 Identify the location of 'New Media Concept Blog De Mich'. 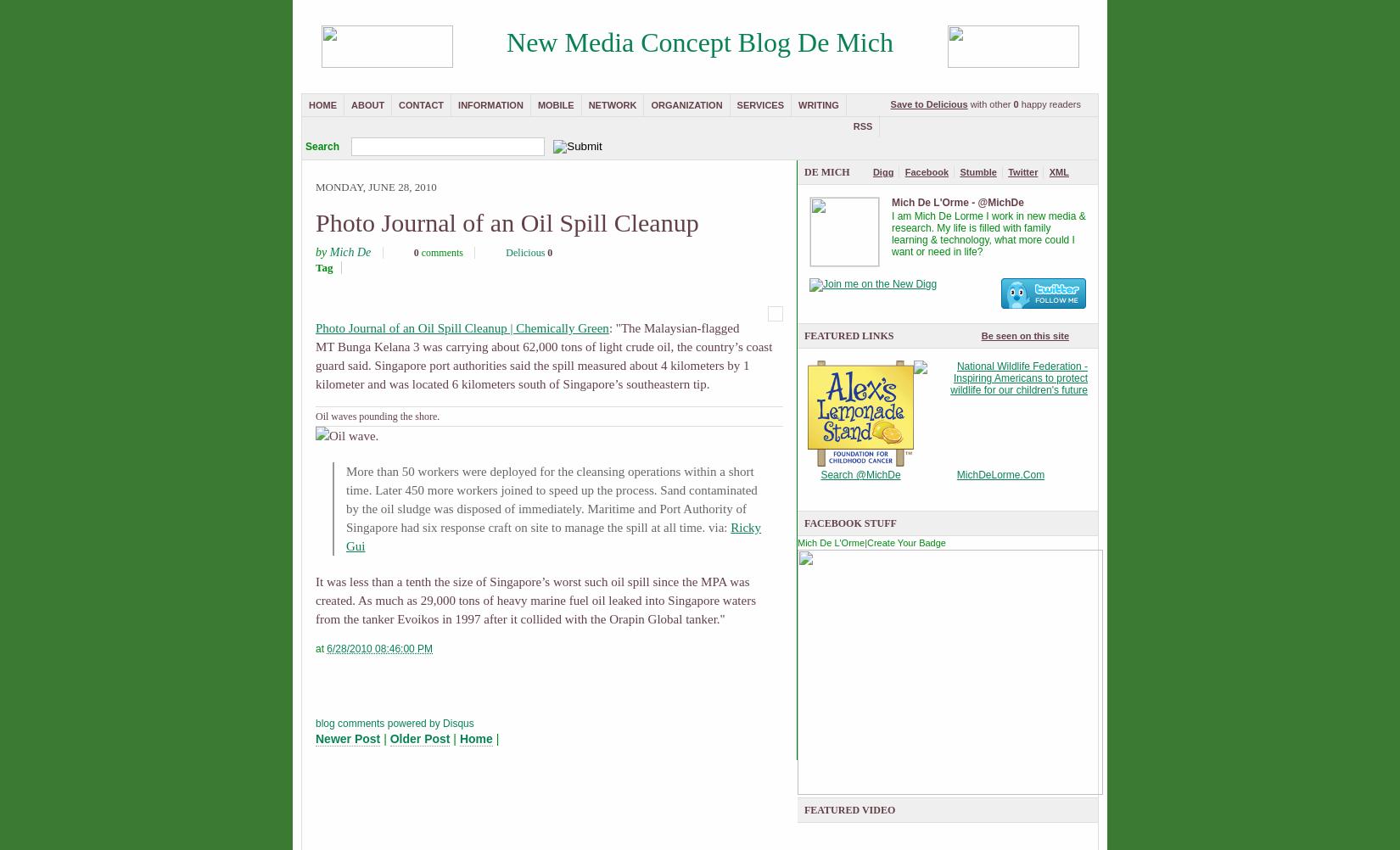
(698, 42).